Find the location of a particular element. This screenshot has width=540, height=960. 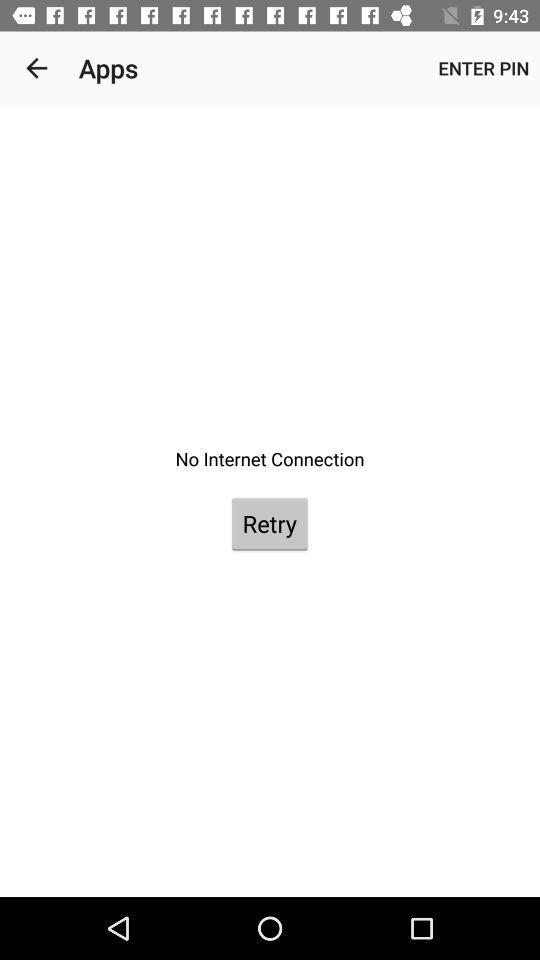

the item to the left of apps is located at coordinates (36, 68).